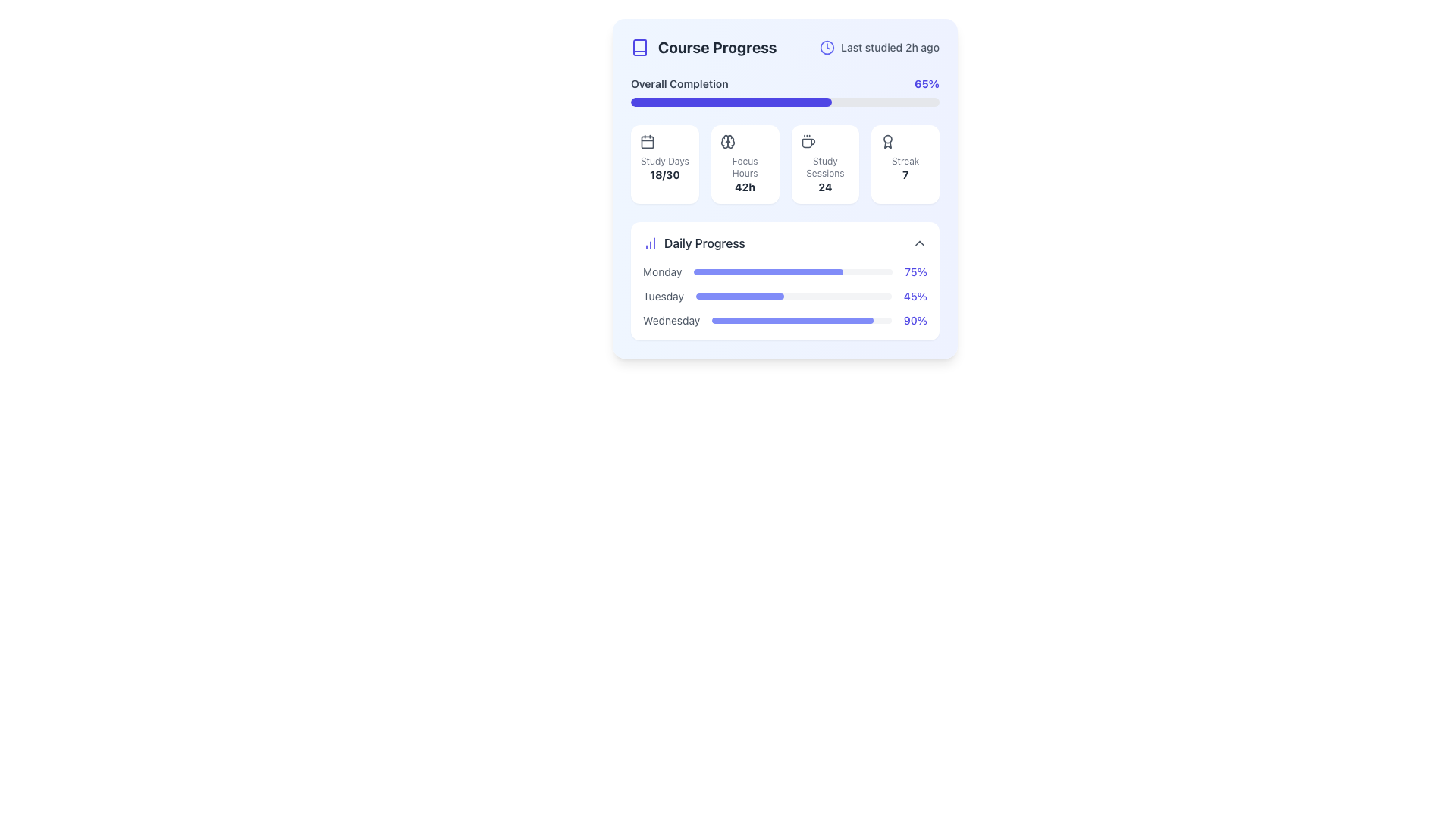 Image resolution: width=1456 pixels, height=819 pixels. I want to click on descriptive text of the Progress indicator showing 'Wednesday' and '90%', so click(785, 320).